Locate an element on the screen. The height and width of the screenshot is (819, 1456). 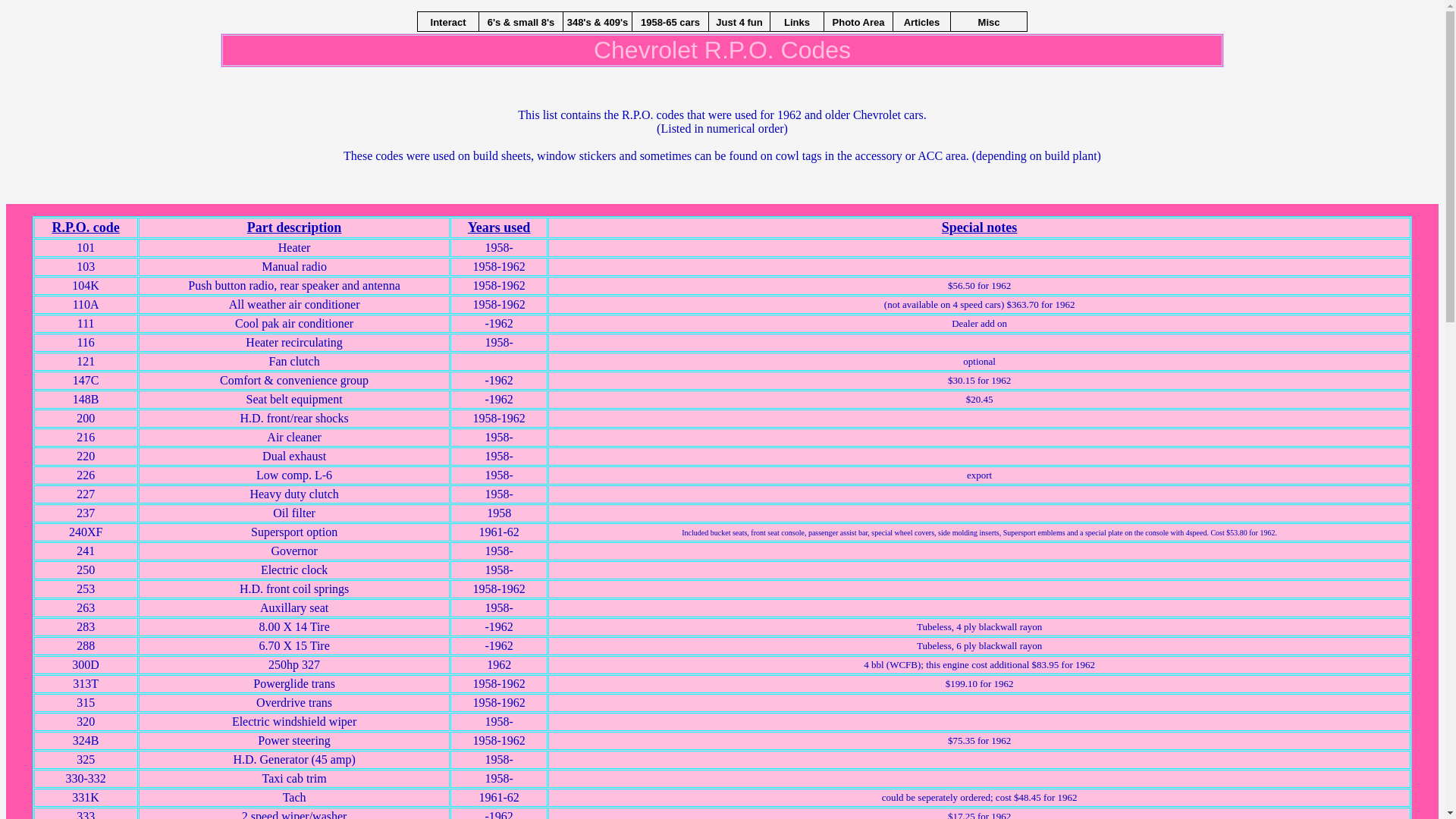
'348's & 409's' is located at coordinates (596, 21).